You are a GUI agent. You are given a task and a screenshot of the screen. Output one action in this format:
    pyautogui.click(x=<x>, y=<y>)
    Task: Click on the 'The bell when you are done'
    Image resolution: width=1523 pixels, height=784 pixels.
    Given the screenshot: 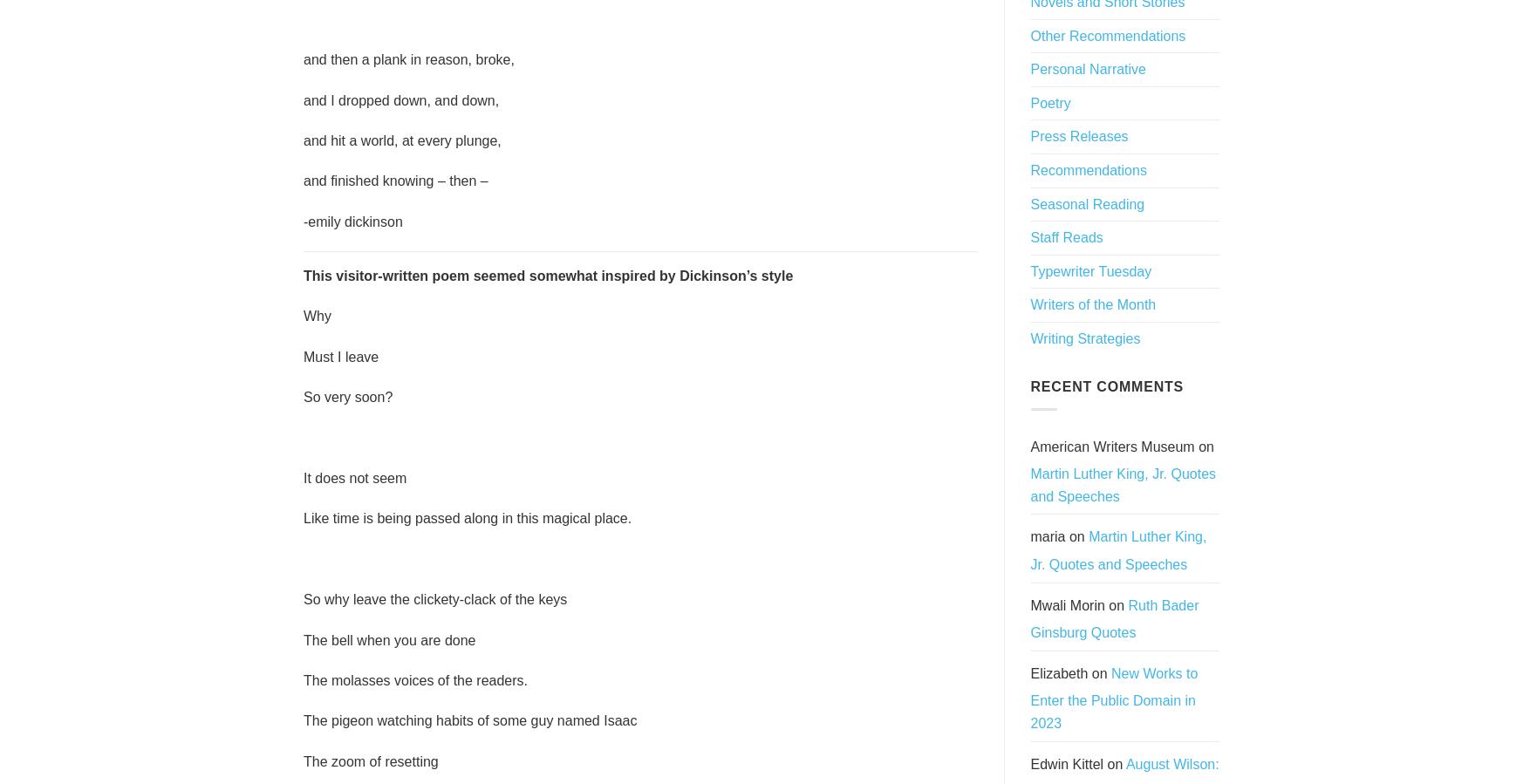 What is the action you would take?
    pyautogui.click(x=303, y=638)
    